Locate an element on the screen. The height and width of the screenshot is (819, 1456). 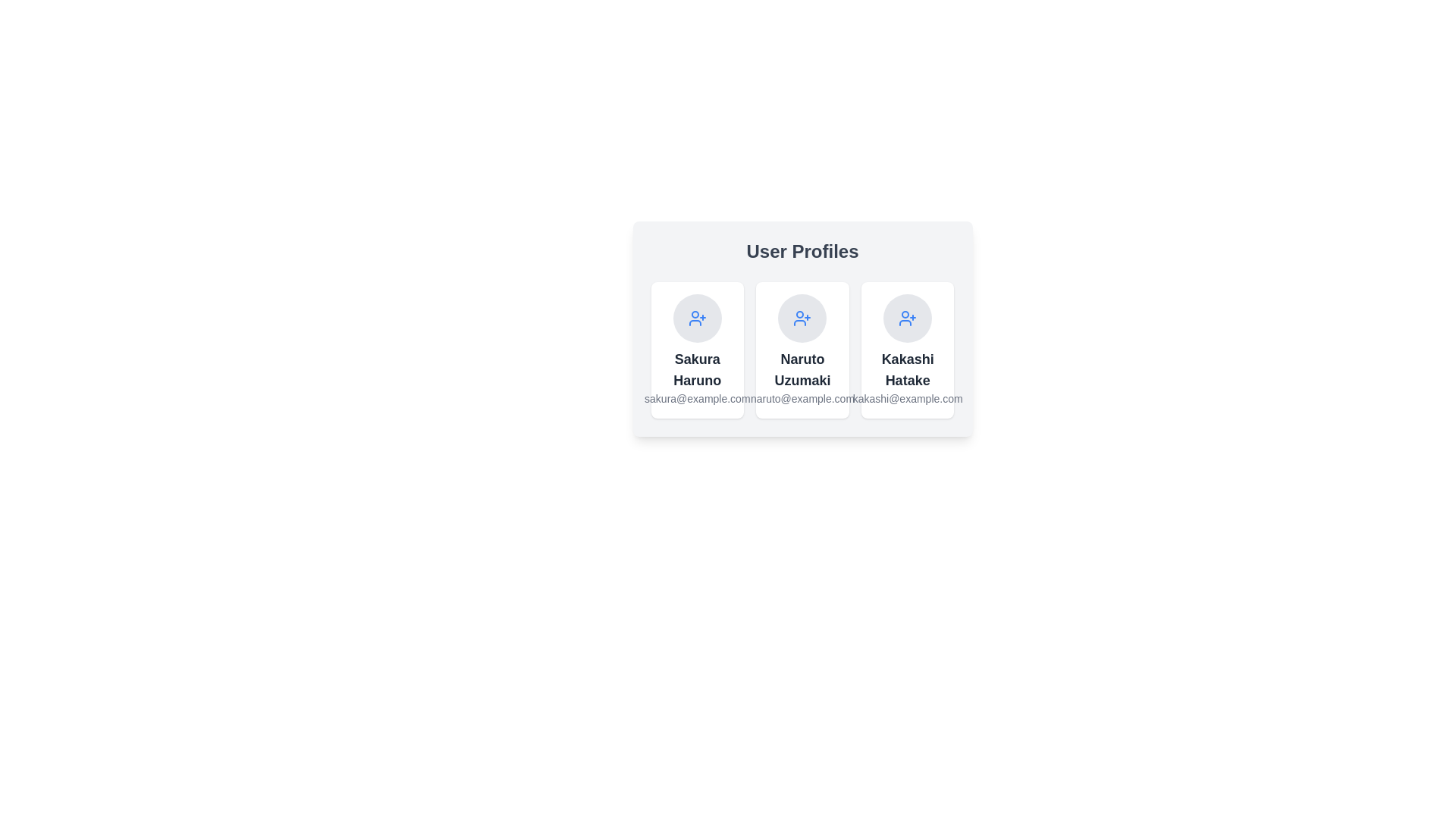
the third profile card in the grid layout is located at coordinates (908, 350).